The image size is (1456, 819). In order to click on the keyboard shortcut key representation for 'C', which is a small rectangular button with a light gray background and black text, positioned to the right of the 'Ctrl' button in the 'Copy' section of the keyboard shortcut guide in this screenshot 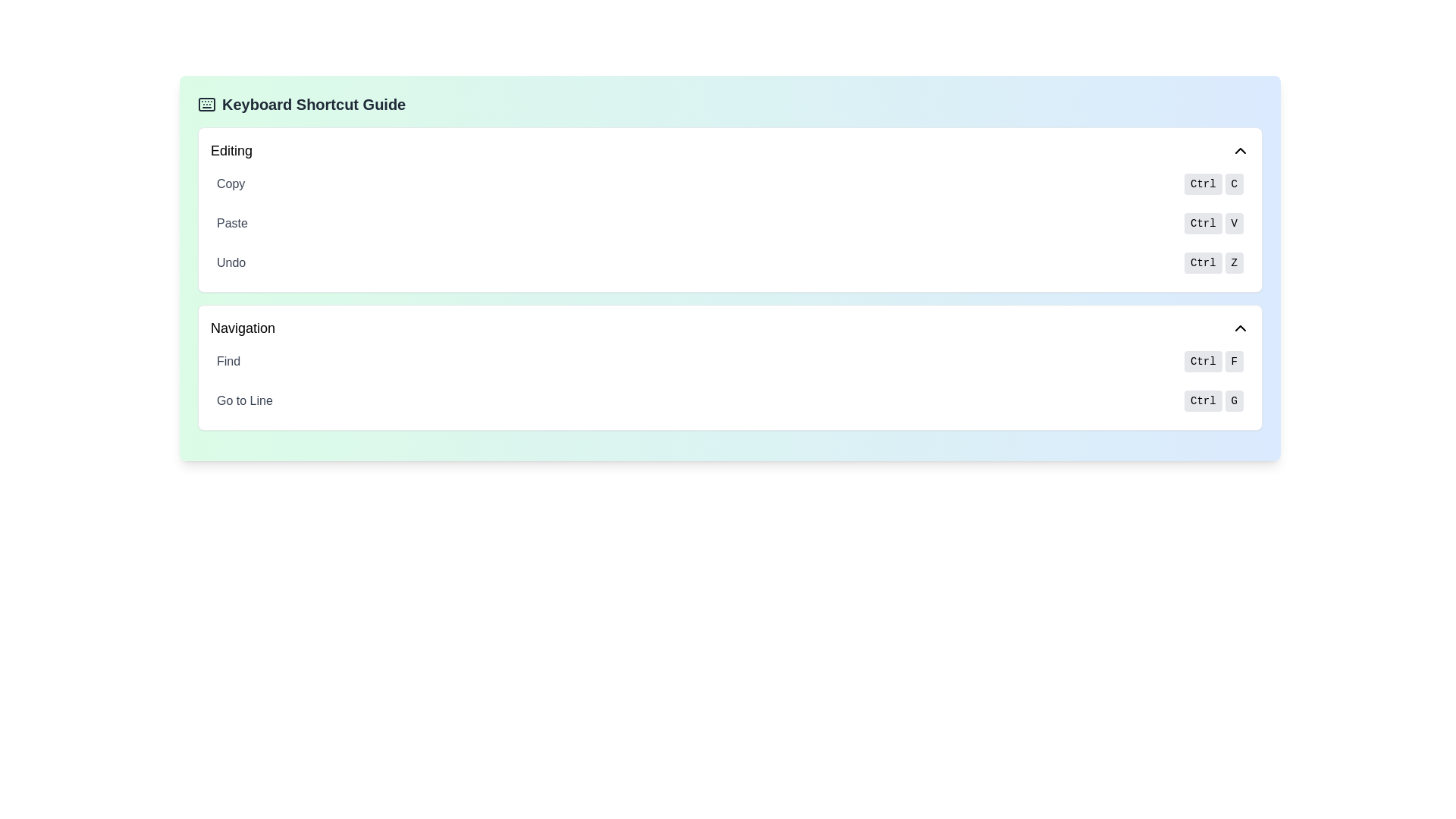, I will do `click(1234, 184)`.